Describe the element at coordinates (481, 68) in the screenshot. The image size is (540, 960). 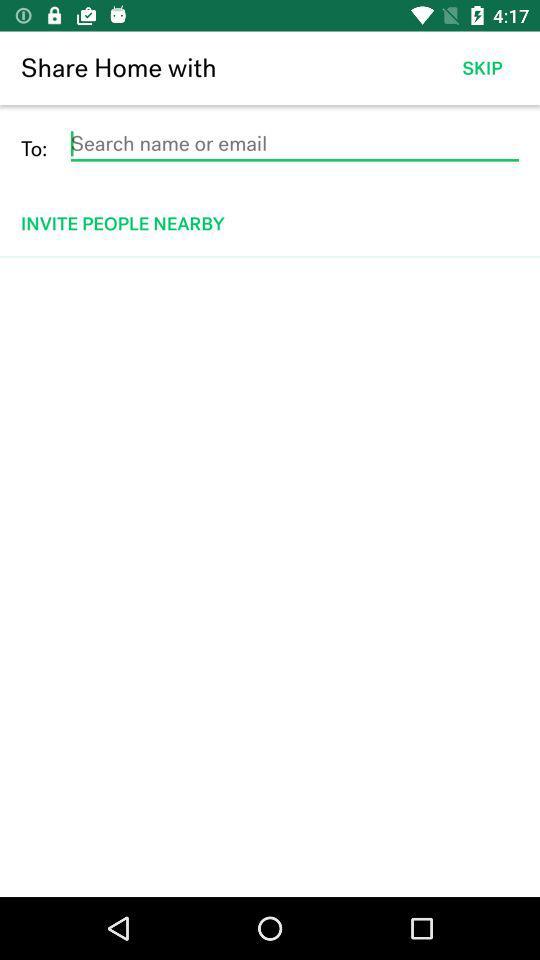
I see `skip icon` at that location.